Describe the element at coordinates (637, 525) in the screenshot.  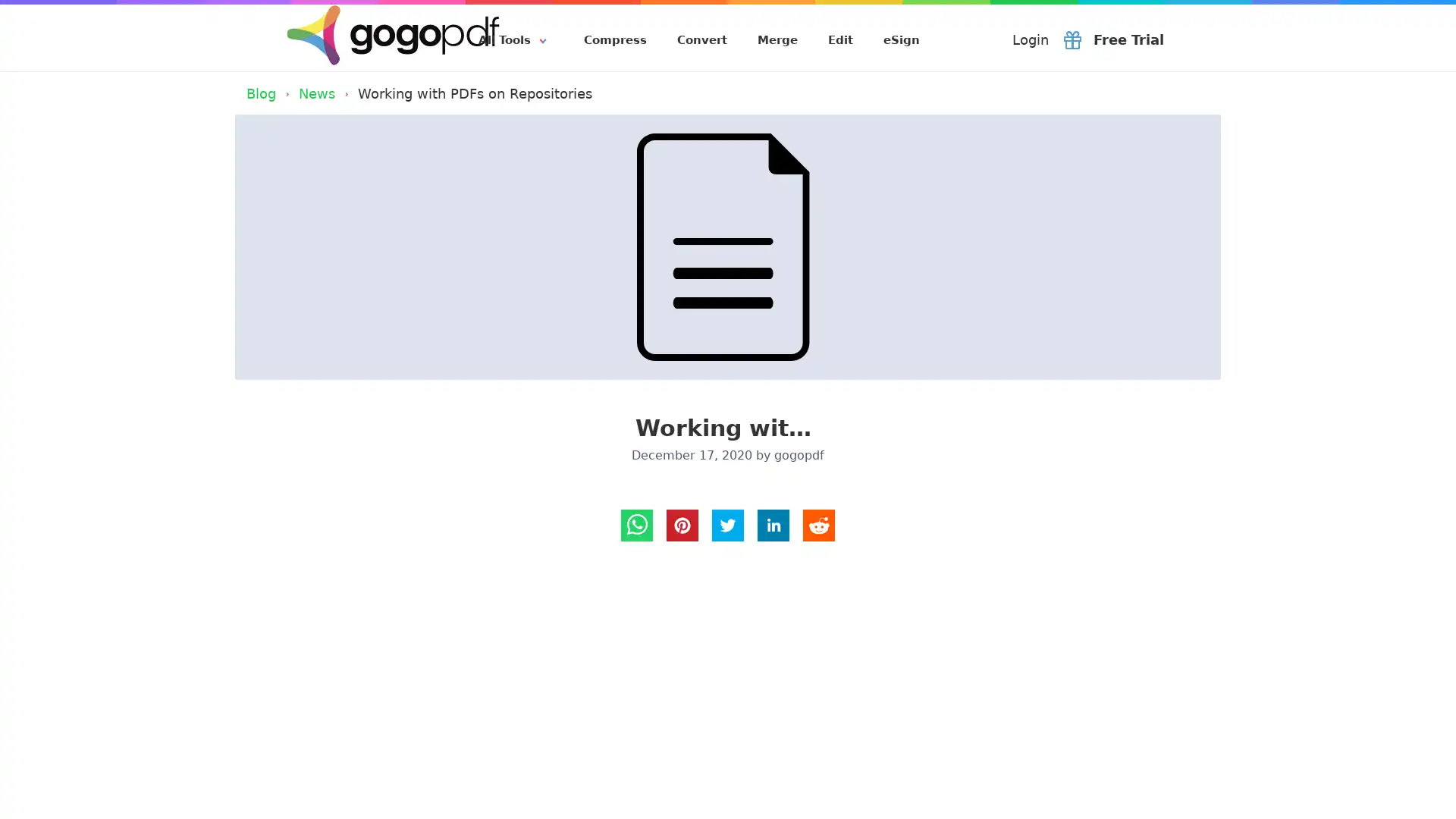
I see `Whatsapp` at that location.